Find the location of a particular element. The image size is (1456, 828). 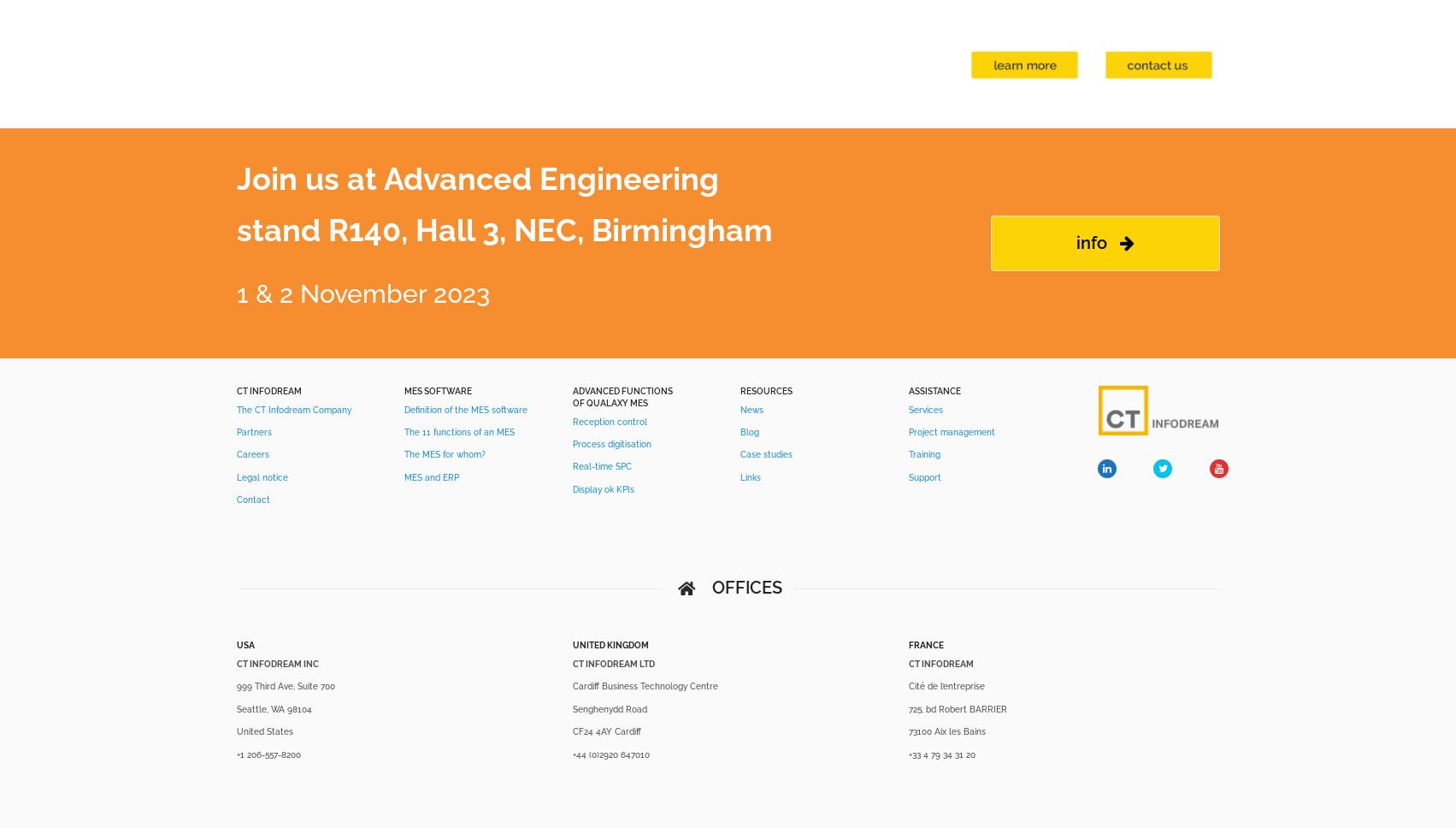

'Join us at Advanced Engineering' is located at coordinates (476, 177).